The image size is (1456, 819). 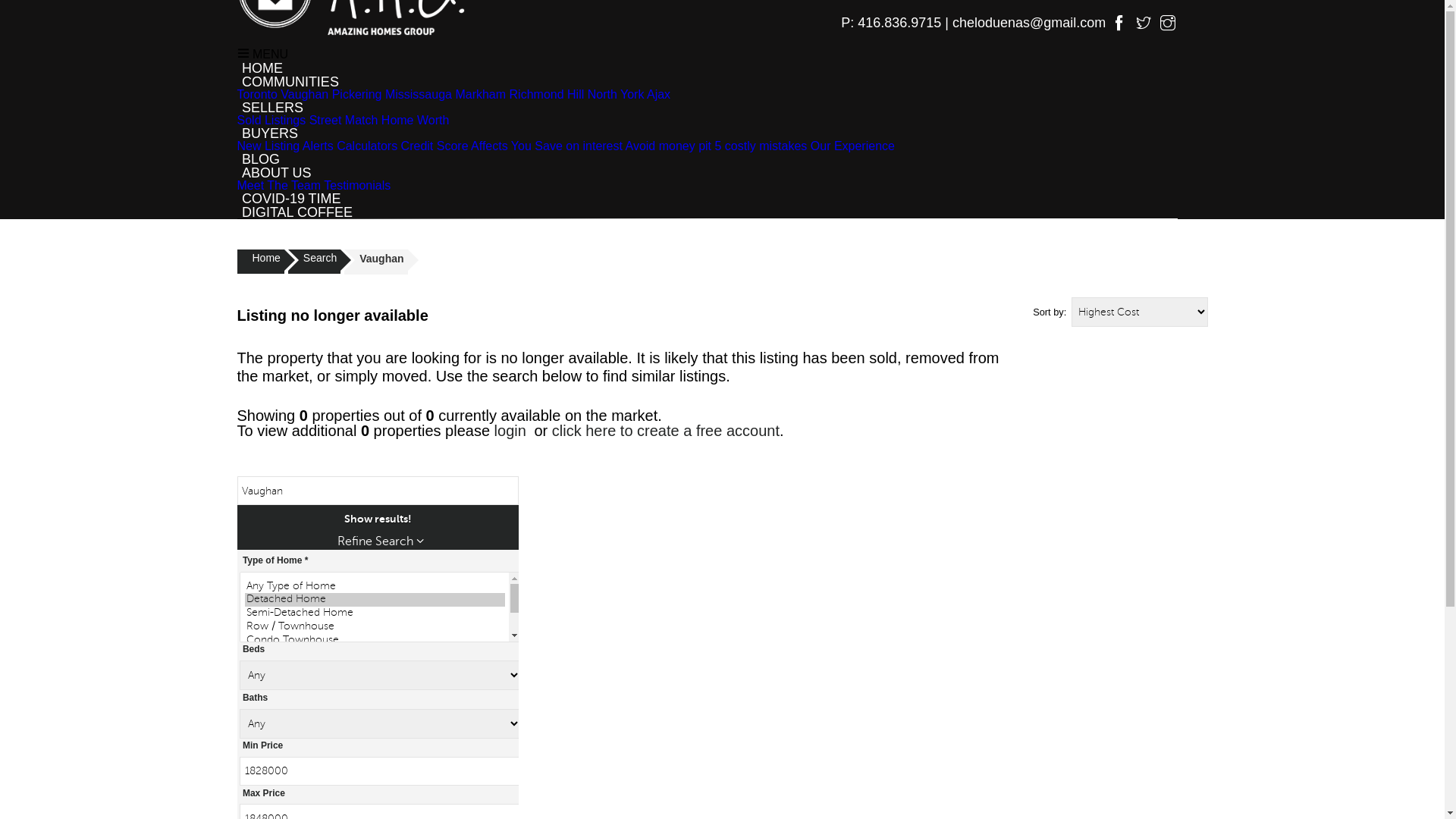 What do you see at coordinates (1031, 23) in the screenshot?
I see `'cheloduenas@gmail.com'` at bounding box center [1031, 23].